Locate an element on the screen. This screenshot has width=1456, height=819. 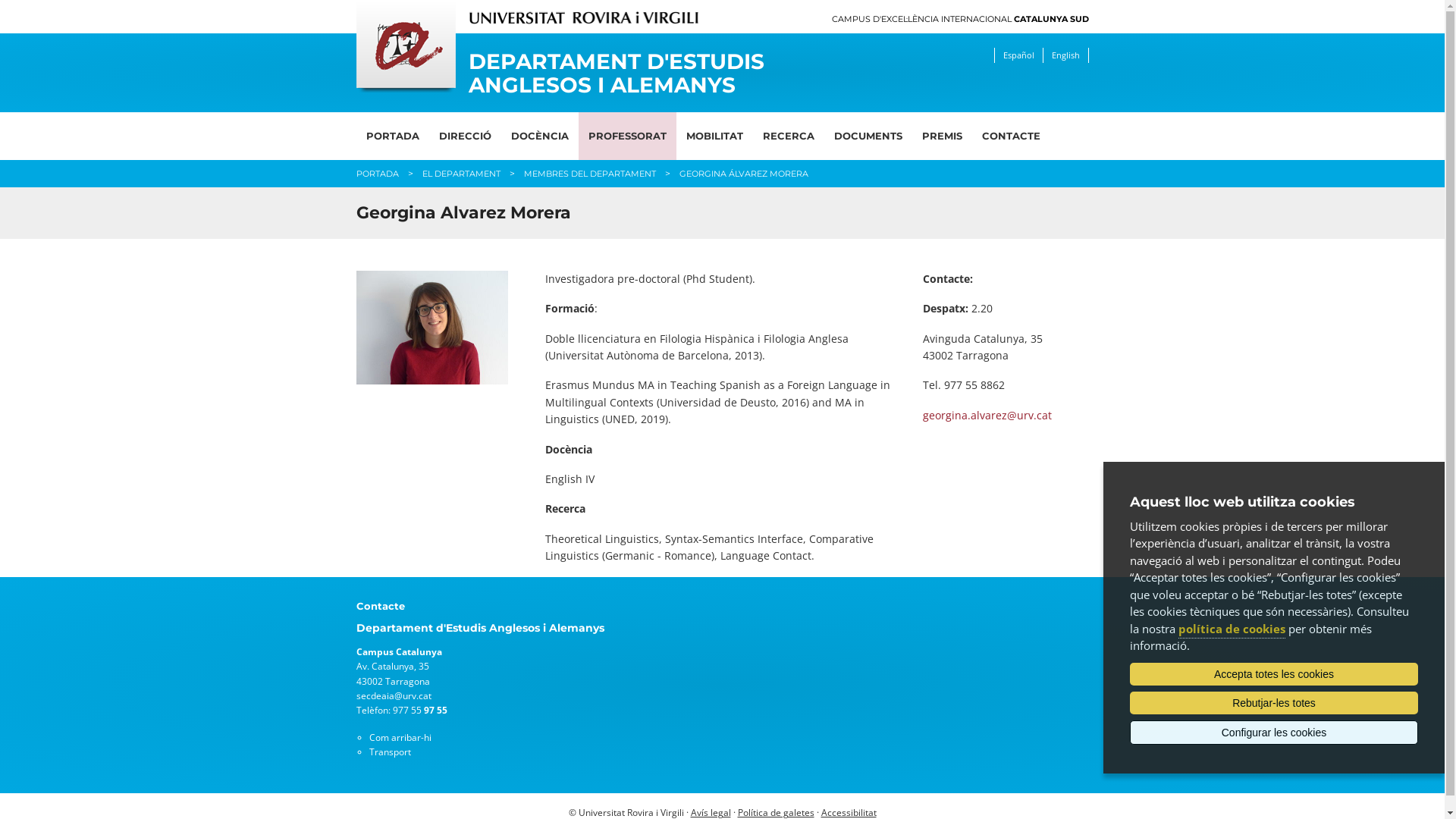
'English' is located at coordinates (1064, 55).